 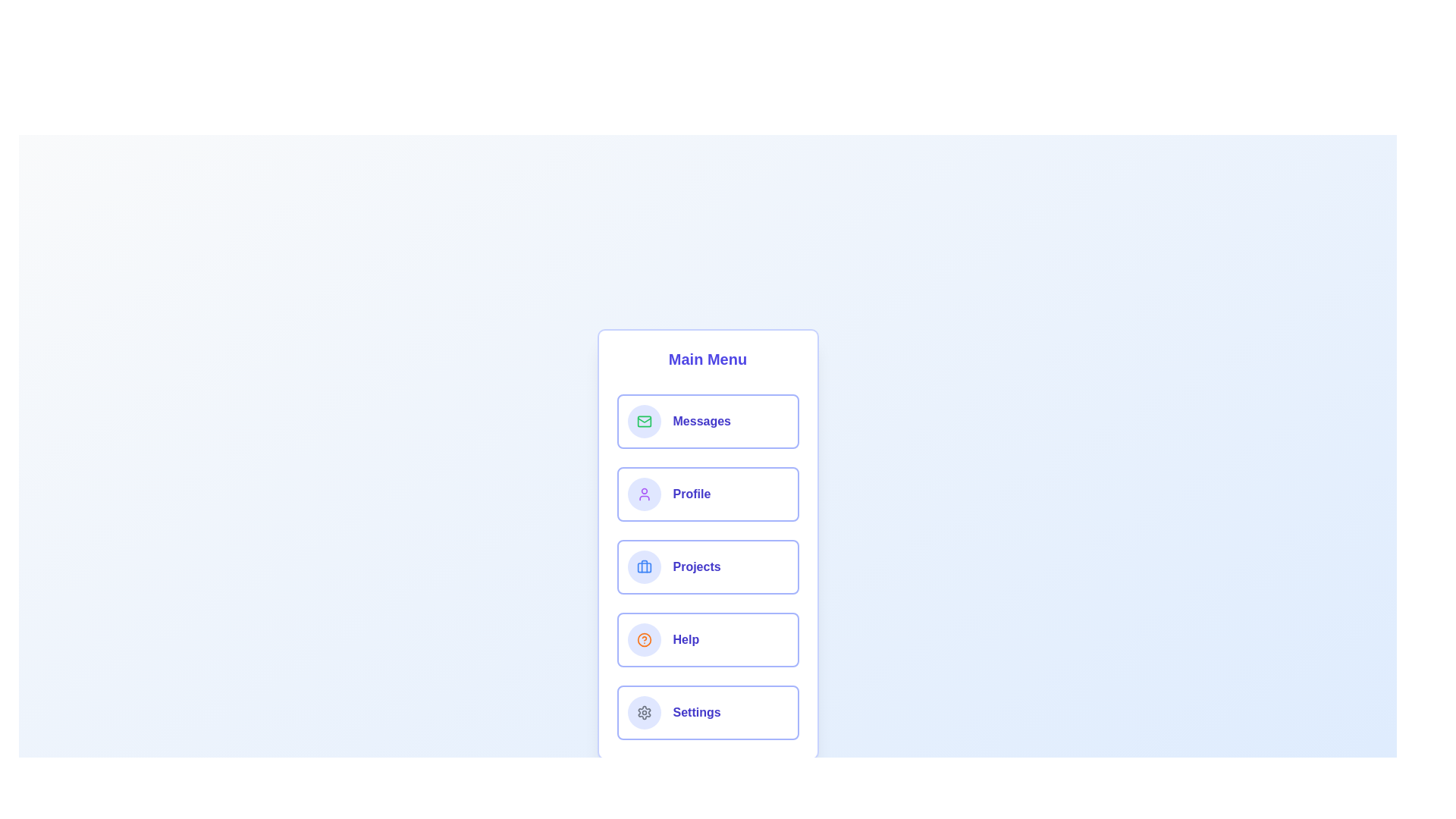 I want to click on the menu item labeled Messages, so click(x=707, y=421).